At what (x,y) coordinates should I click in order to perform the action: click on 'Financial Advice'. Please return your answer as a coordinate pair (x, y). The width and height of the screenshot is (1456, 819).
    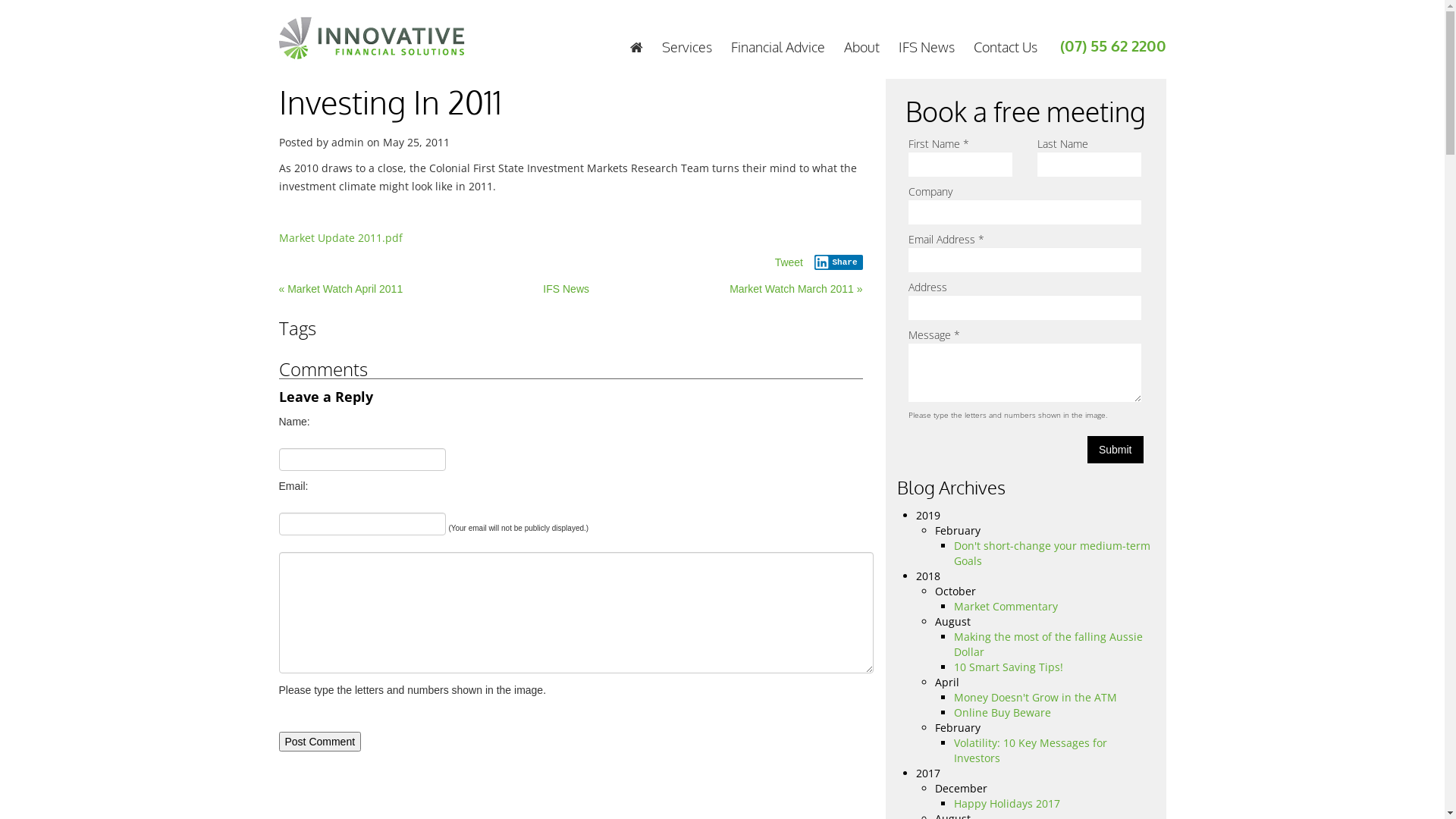
    Looking at the image, I should click on (778, 45).